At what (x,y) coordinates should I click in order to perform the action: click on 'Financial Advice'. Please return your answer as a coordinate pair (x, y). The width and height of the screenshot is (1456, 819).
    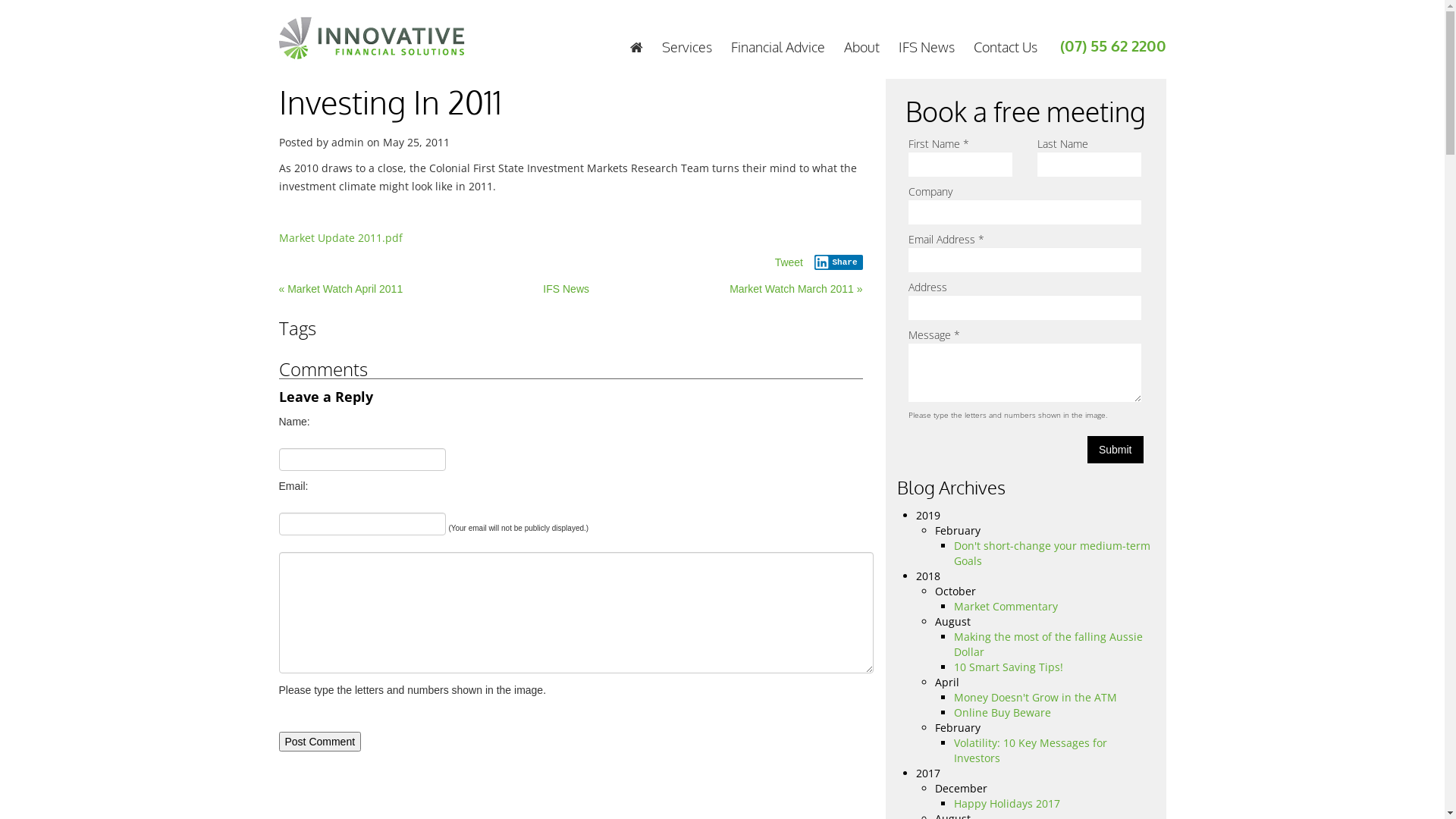
    Looking at the image, I should click on (778, 45).